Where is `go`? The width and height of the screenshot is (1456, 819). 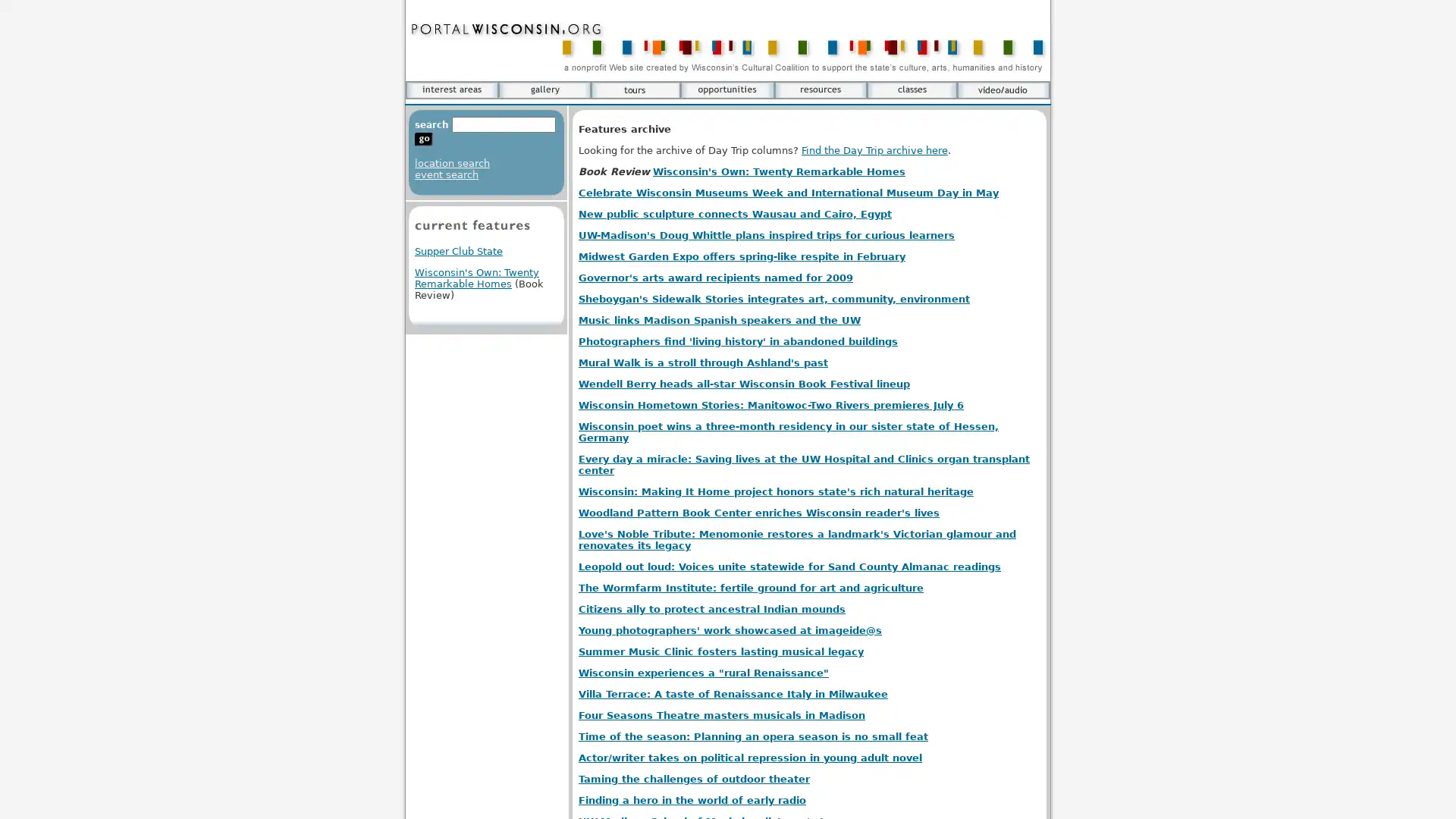
go is located at coordinates (423, 140).